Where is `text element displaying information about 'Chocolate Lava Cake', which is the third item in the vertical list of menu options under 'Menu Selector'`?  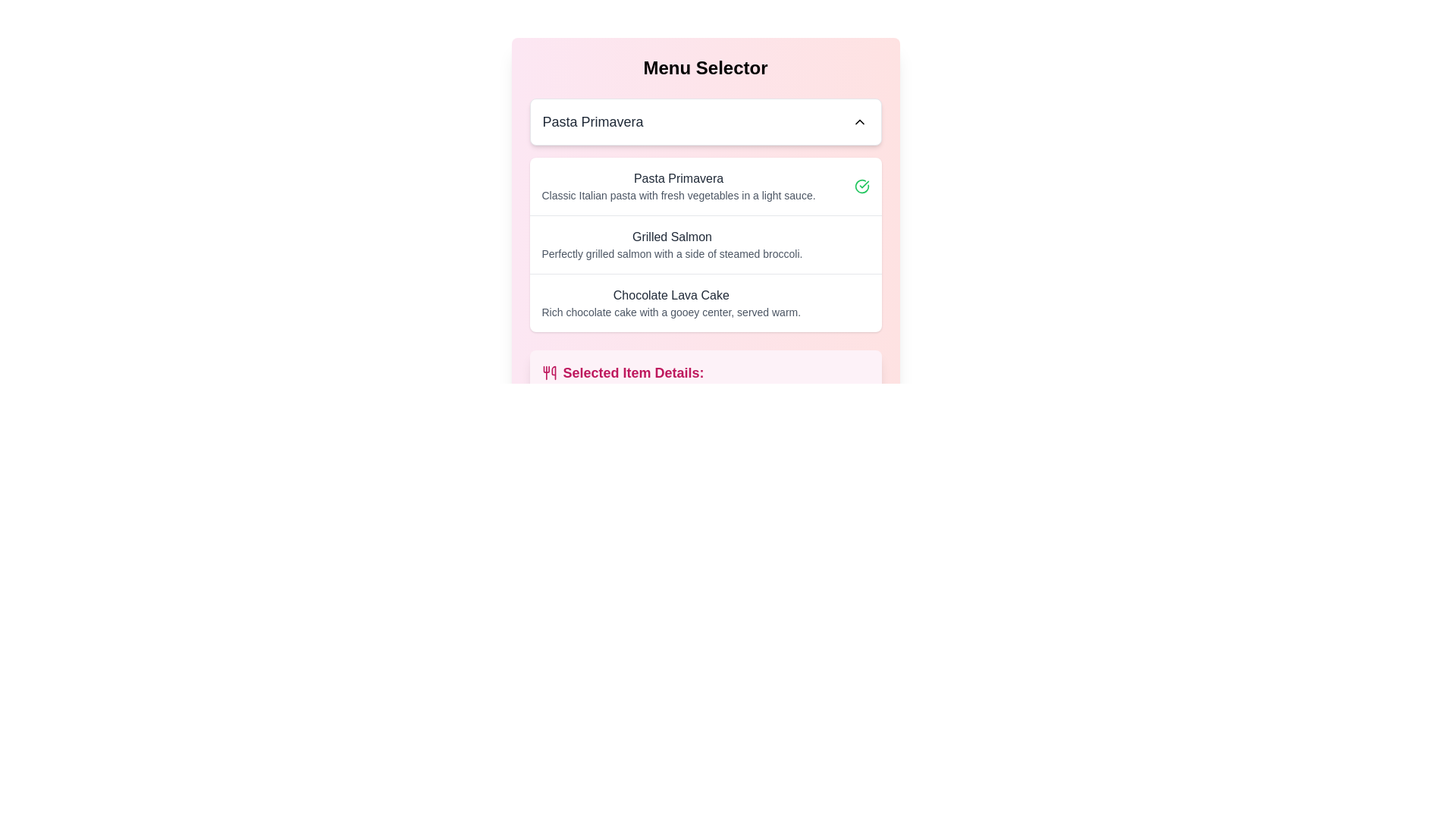
text element displaying information about 'Chocolate Lava Cake', which is the third item in the vertical list of menu options under 'Menu Selector' is located at coordinates (670, 303).